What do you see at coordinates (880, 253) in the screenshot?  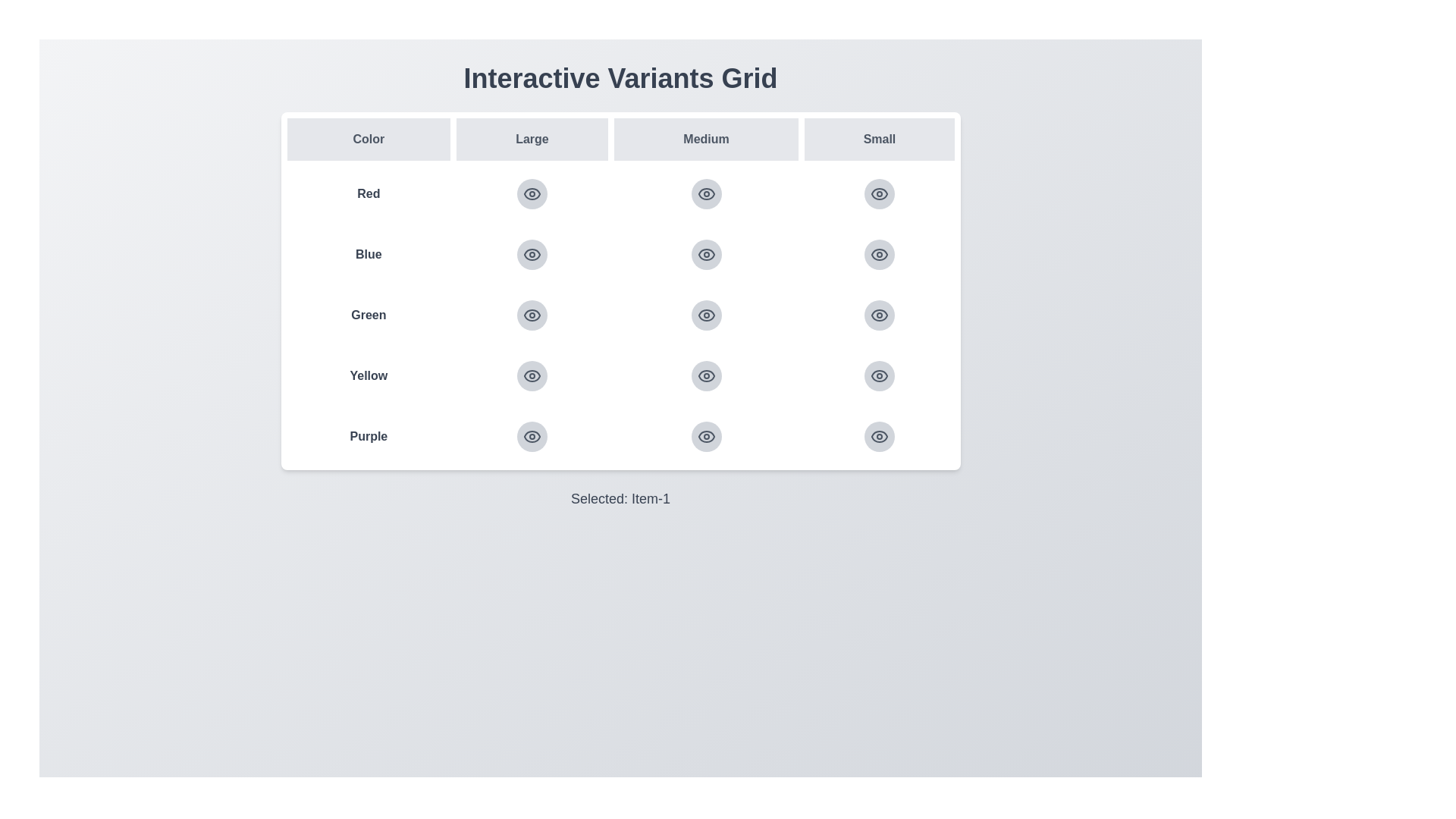 I see `the circular icon-button with a light gray background and a dark gray eye symbol located in the bottom-right corner of the grid` at bounding box center [880, 253].